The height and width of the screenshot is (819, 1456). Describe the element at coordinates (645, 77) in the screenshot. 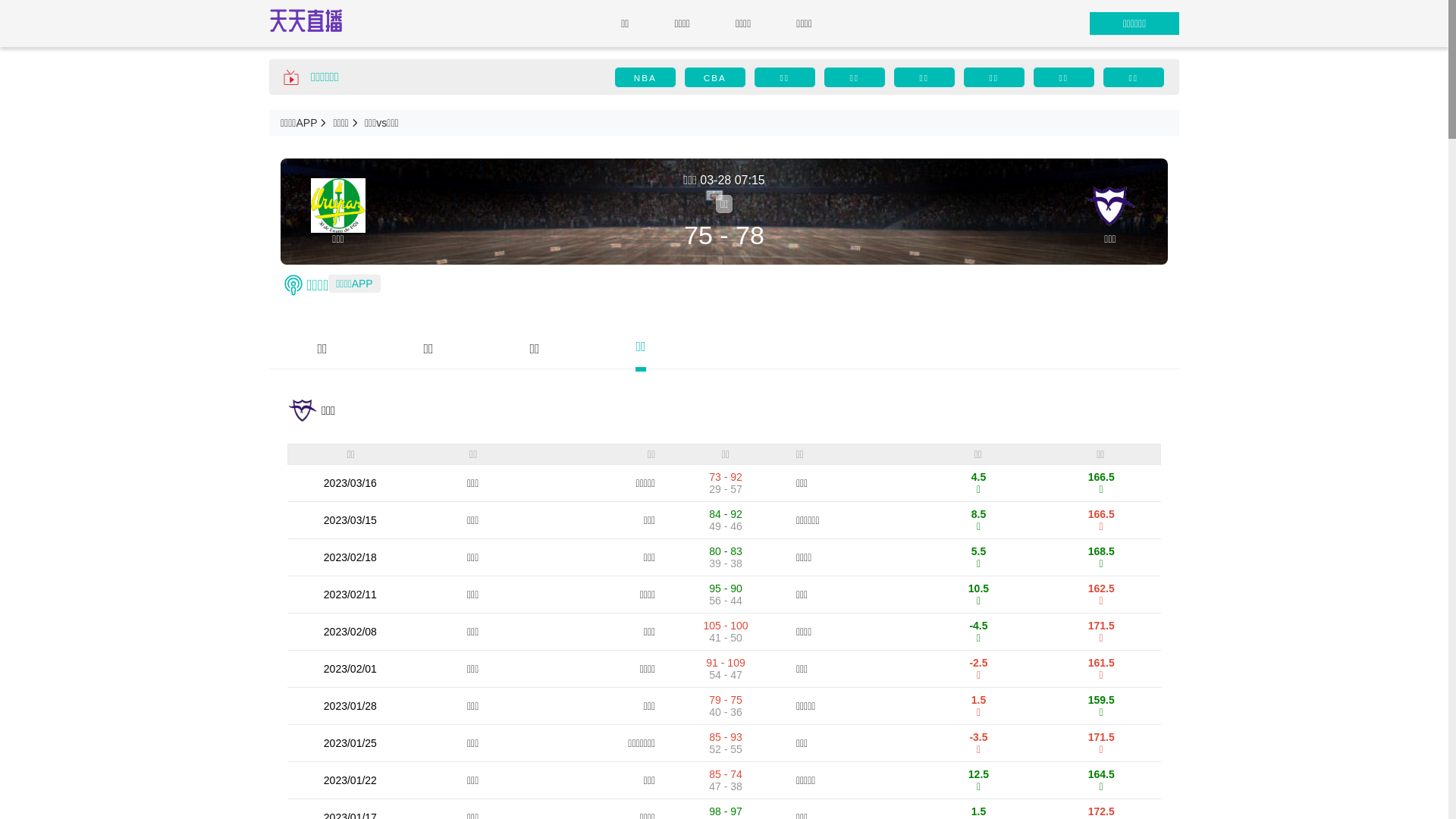

I see `'NBA'` at that location.